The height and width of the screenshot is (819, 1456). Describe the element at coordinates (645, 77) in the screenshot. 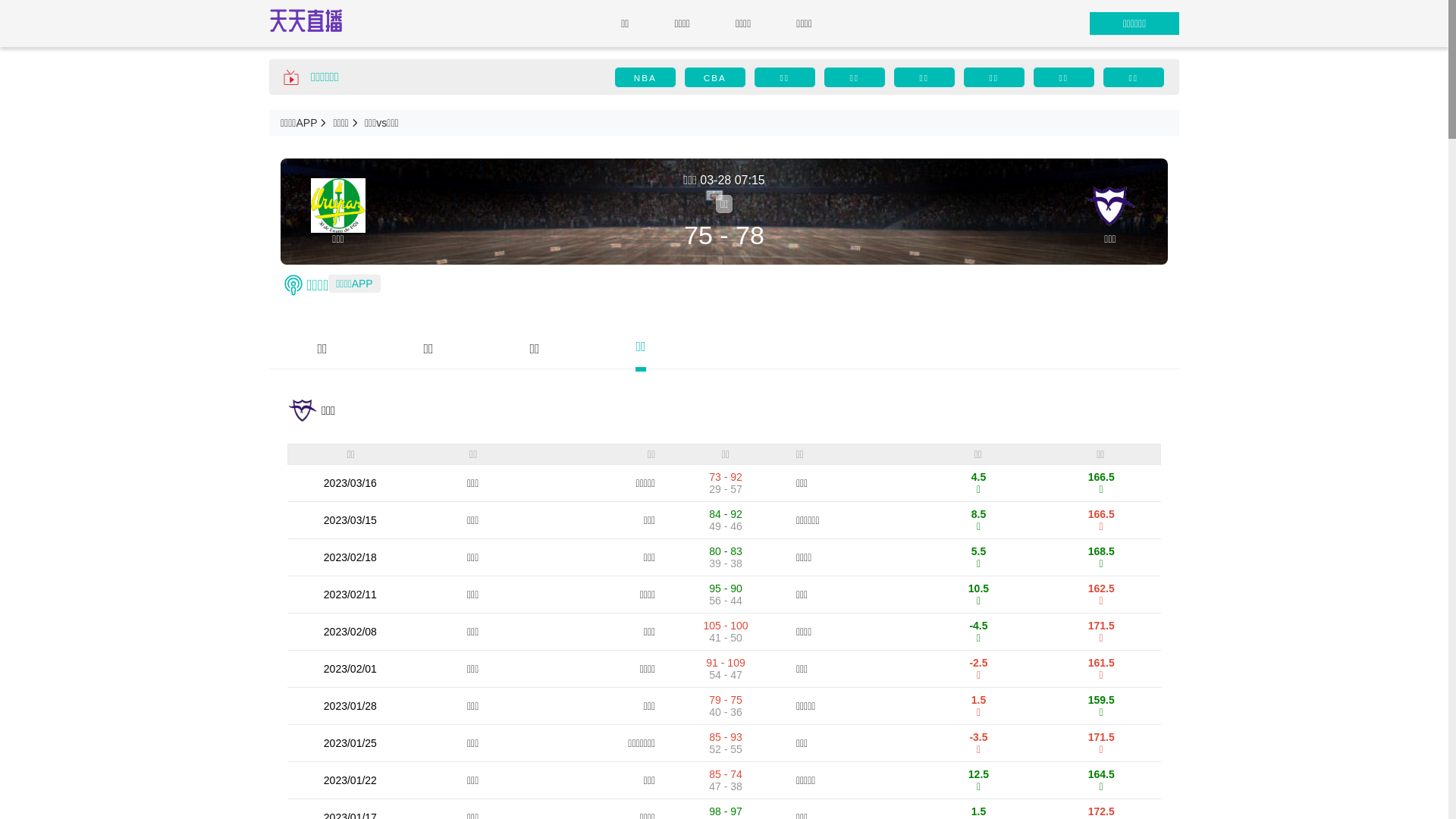

I see `'NBA'` at that location.